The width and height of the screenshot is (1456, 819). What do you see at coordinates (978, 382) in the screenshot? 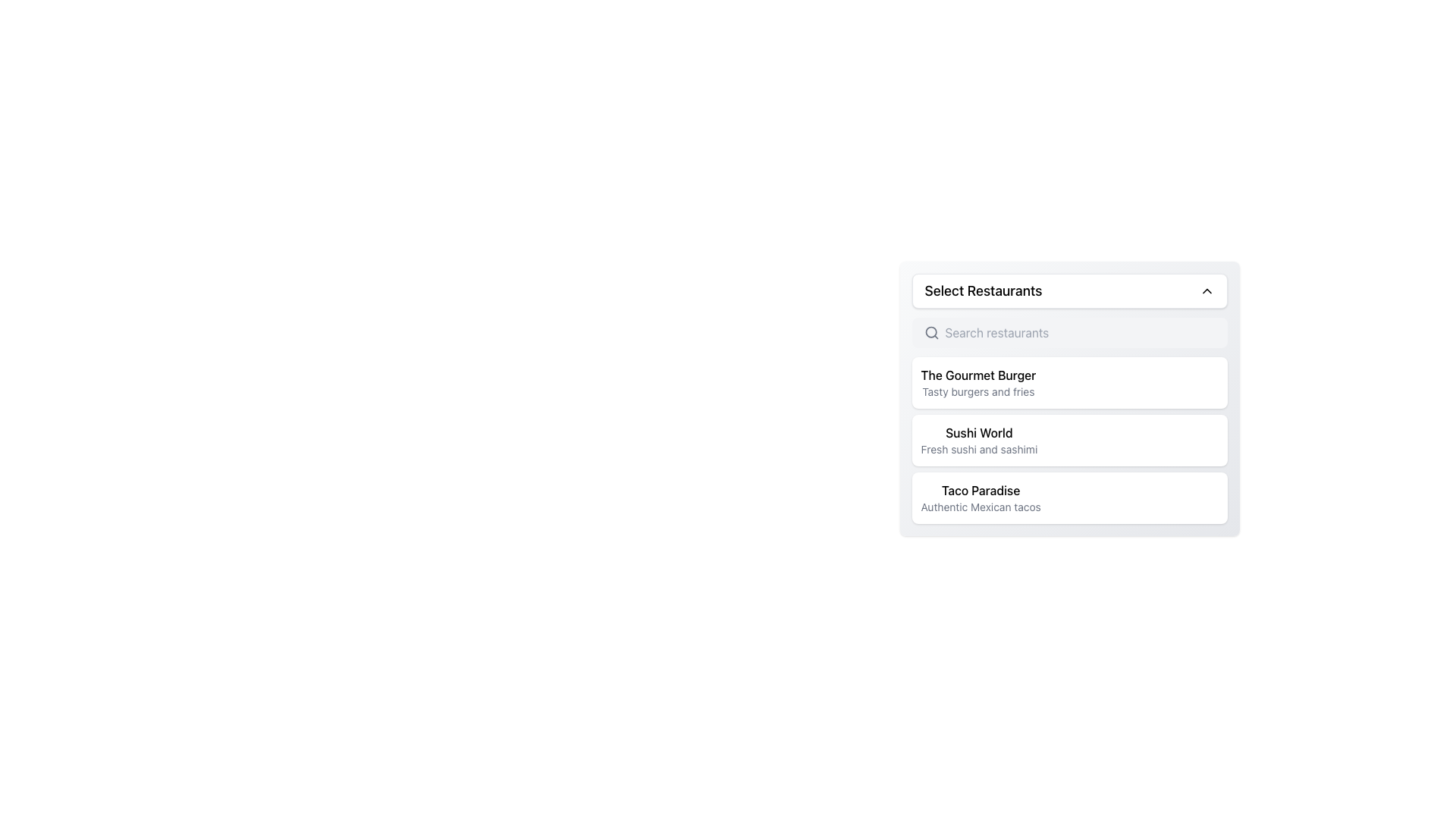
I see `the selectable restaurant option labeled 'The Gourmet Burger' in the interactive list` at bounding box center [978, 382].